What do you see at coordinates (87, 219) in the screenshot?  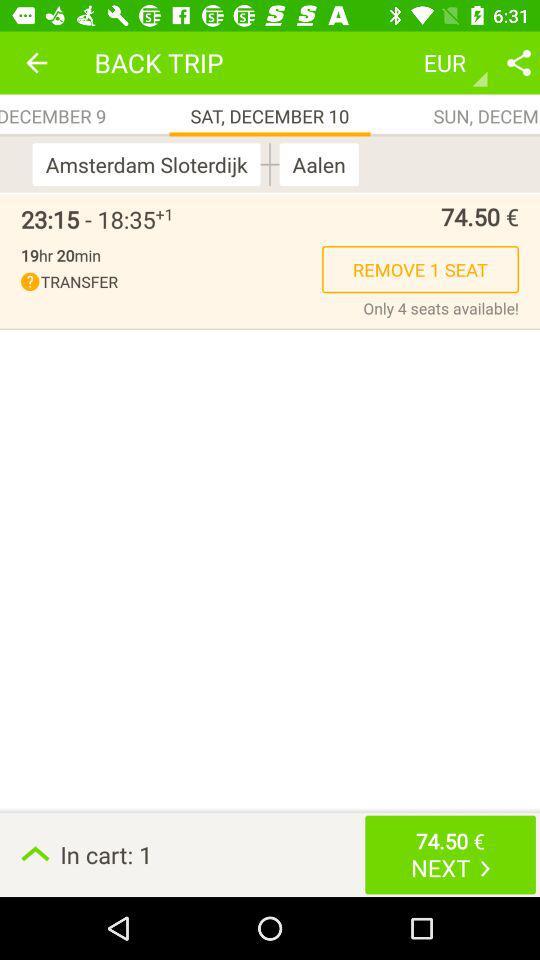 I see `the 23 15 18 item` at bounding box center [87, 219].